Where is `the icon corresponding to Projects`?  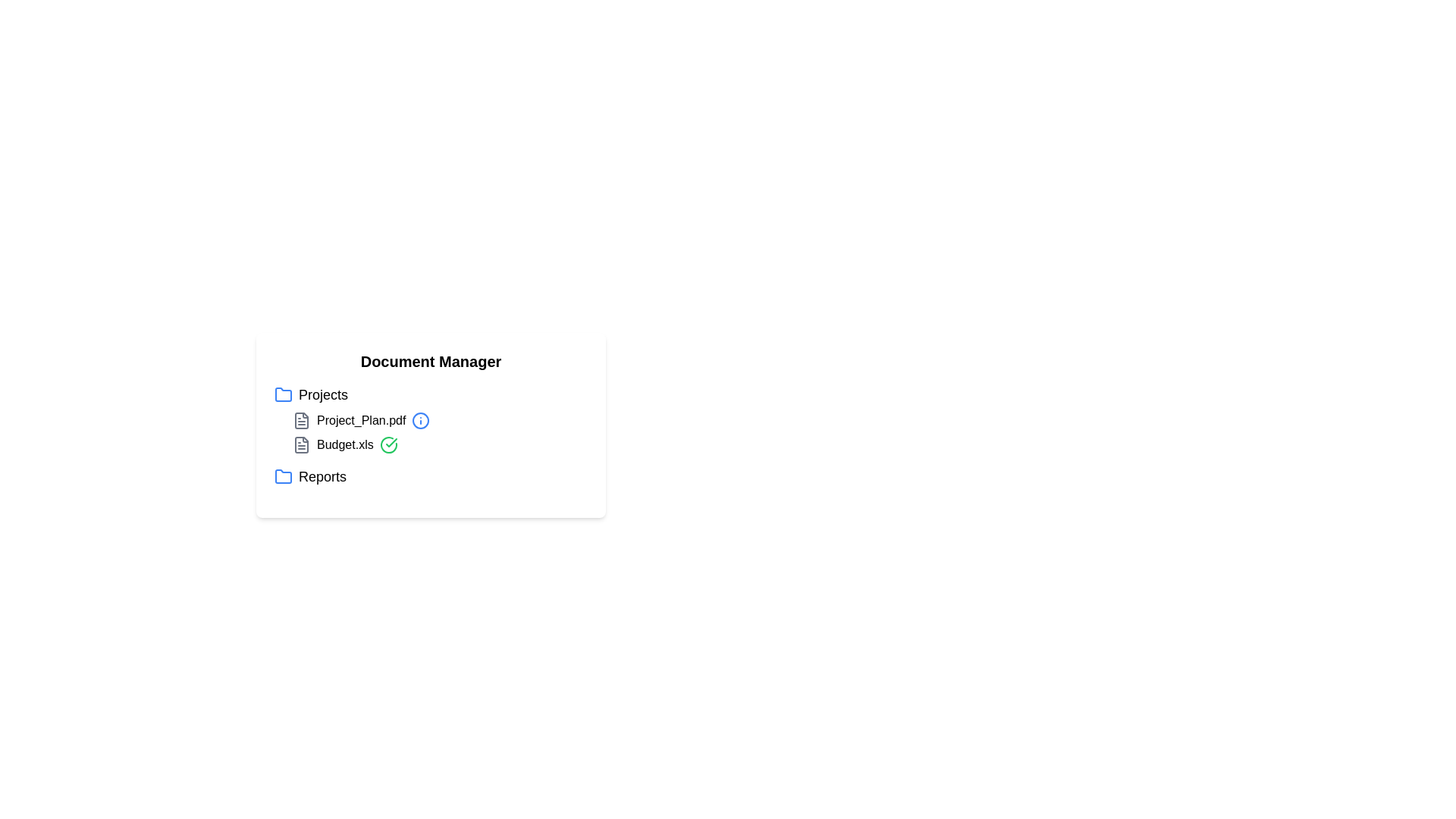
the icon corresponding to Projects is located at coordinates (284, 394).